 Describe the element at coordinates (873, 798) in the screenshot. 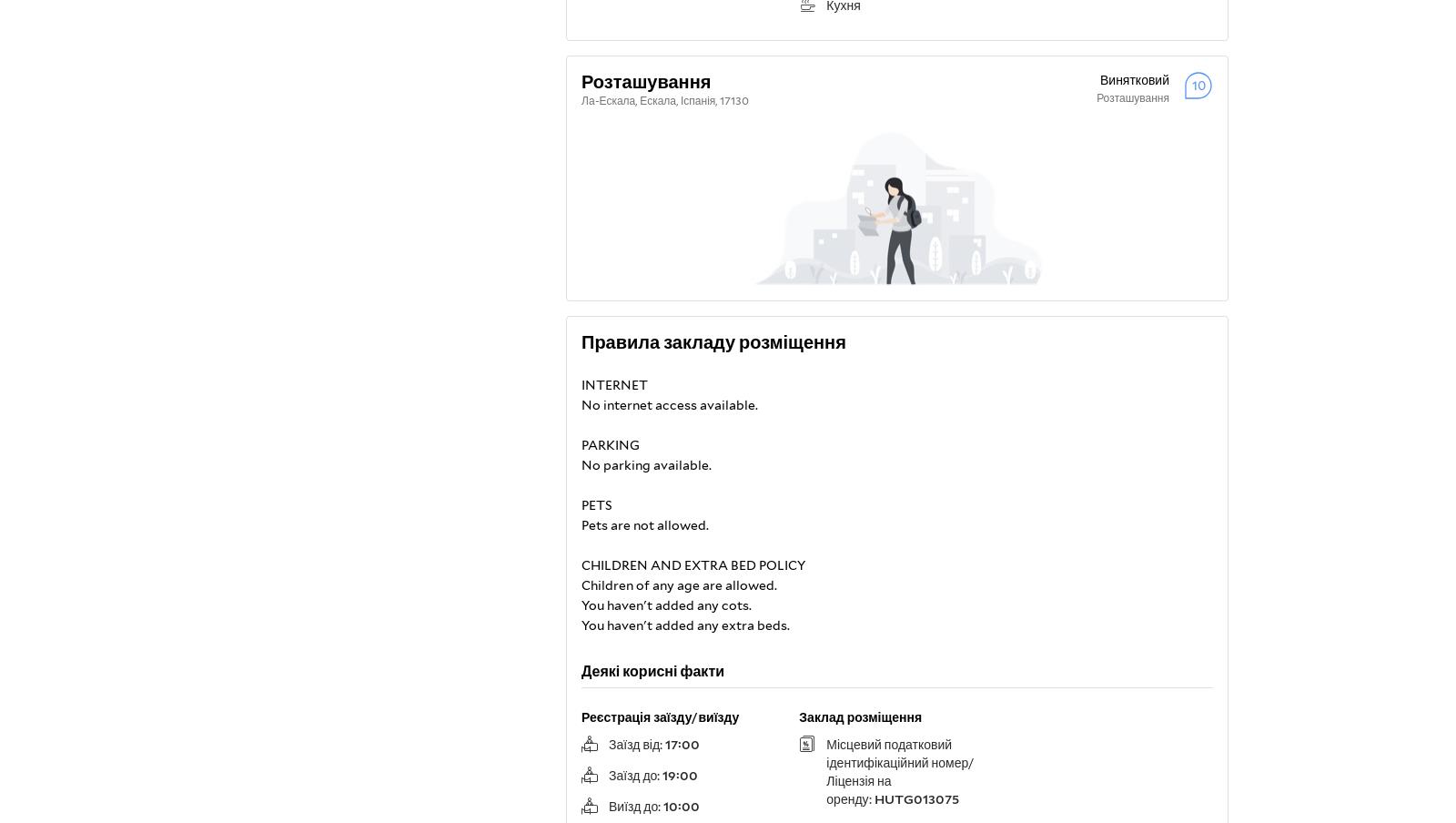

I see `'HUTG013075'` at that location.